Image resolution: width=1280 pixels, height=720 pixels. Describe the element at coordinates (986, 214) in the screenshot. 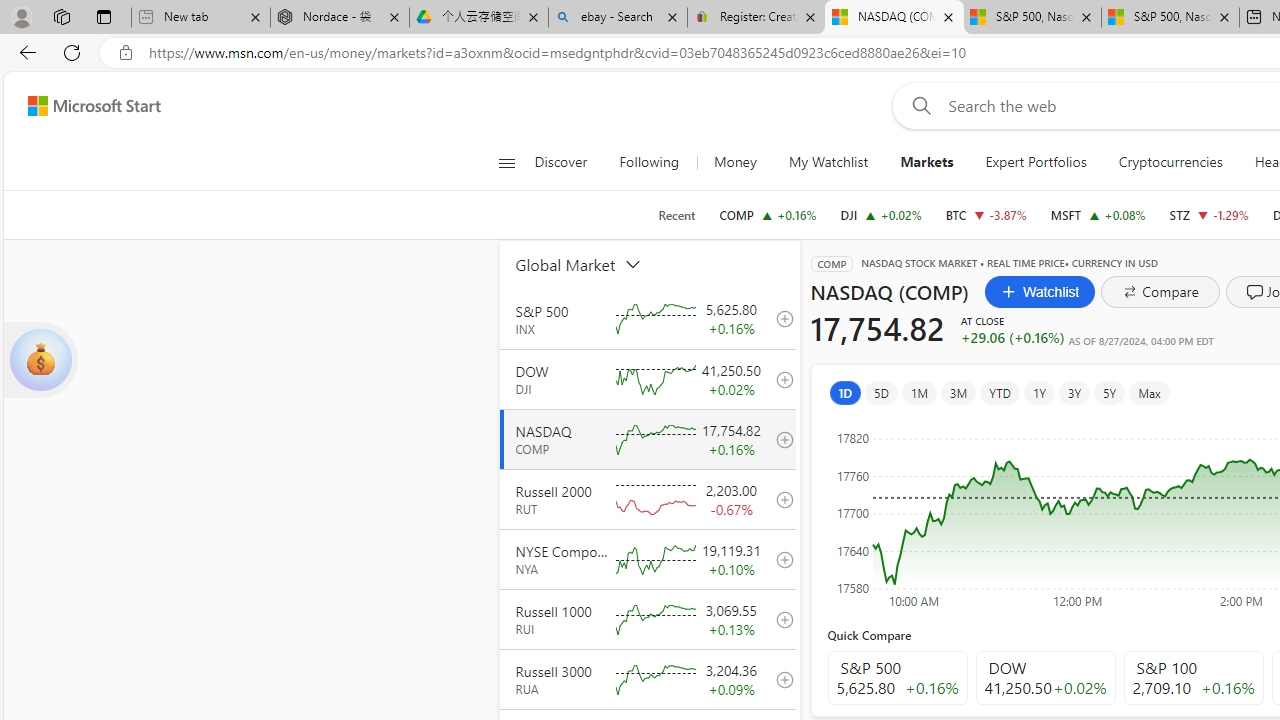

I see `'BTC Bitcoin decrease 60,043.79 -2,323.69 -3.87%'` at that location.